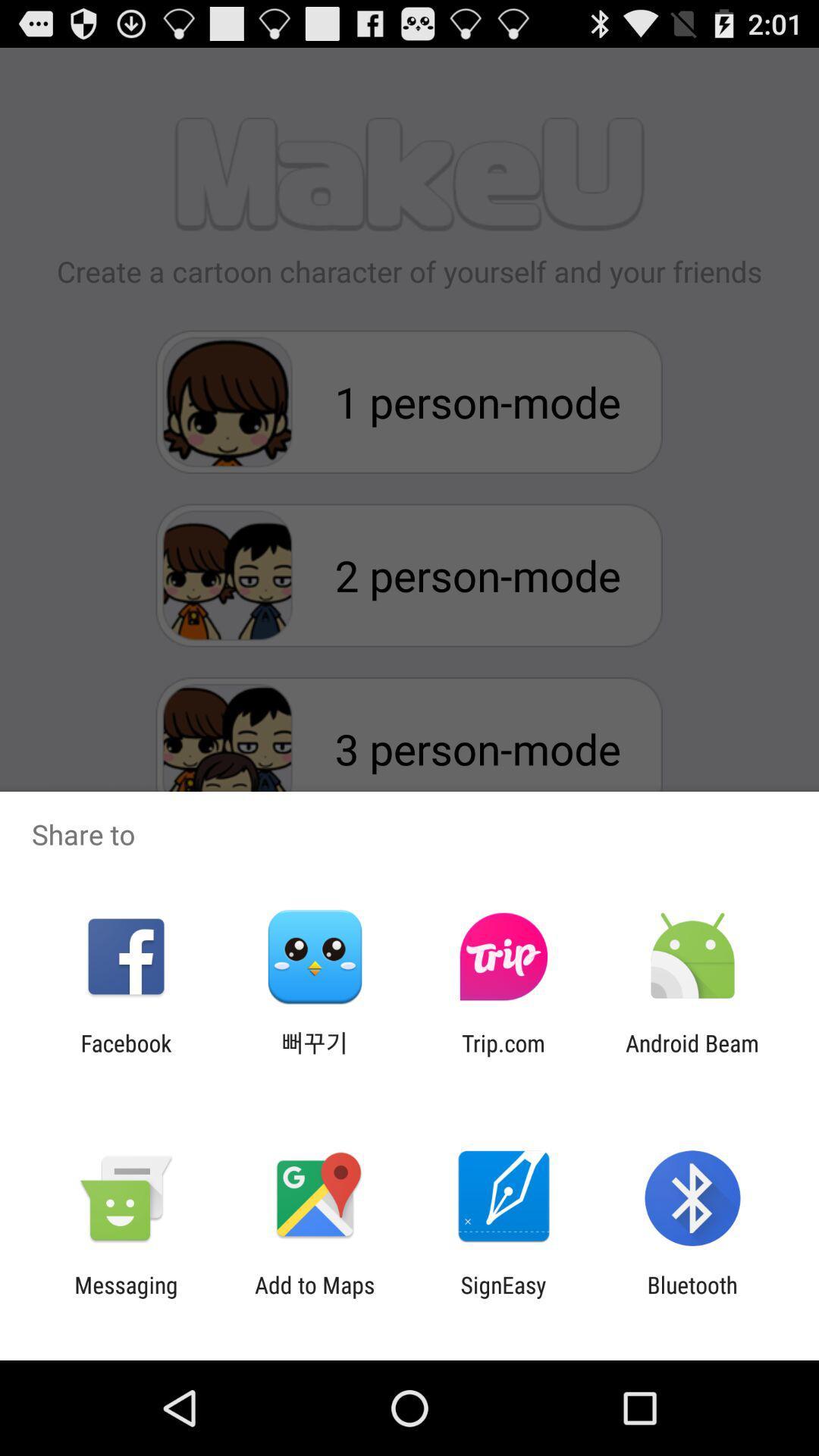  Describe the element at coordinates (692, 1298) in the screenshot. I see `bluetooth icon` at that location.